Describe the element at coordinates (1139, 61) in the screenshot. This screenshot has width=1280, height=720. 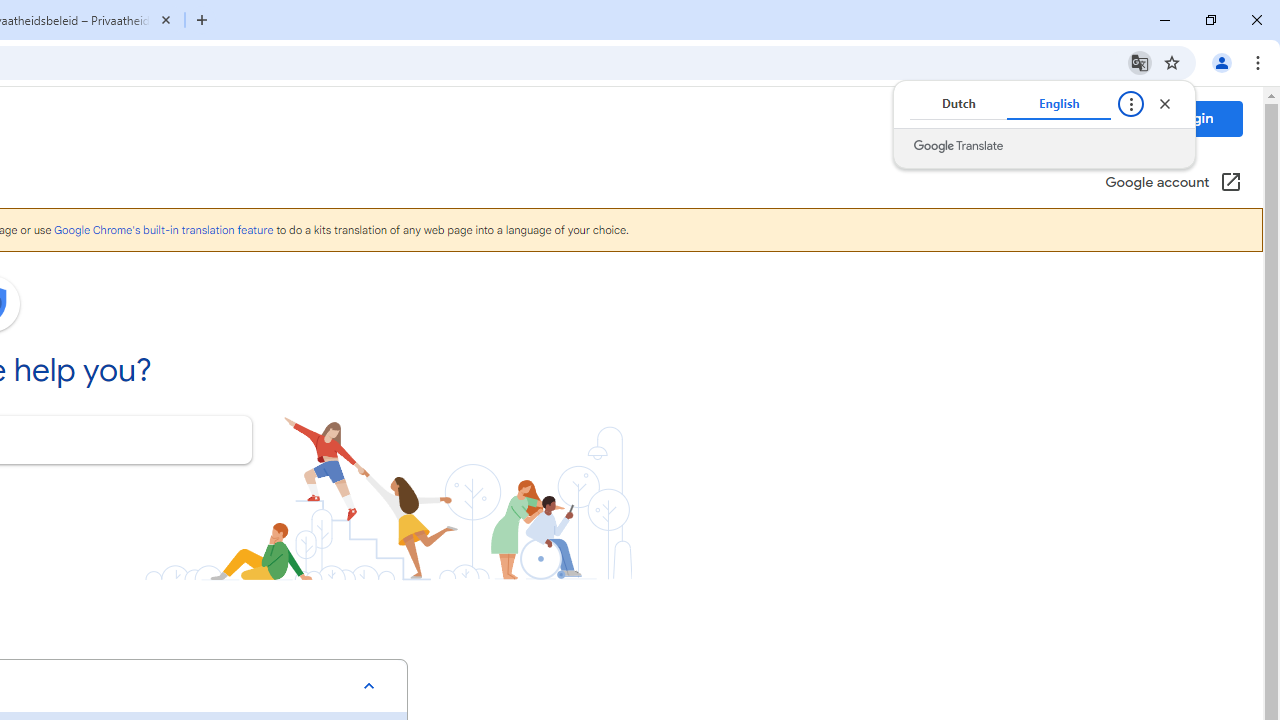
I see `'Translate this page'` at that location.